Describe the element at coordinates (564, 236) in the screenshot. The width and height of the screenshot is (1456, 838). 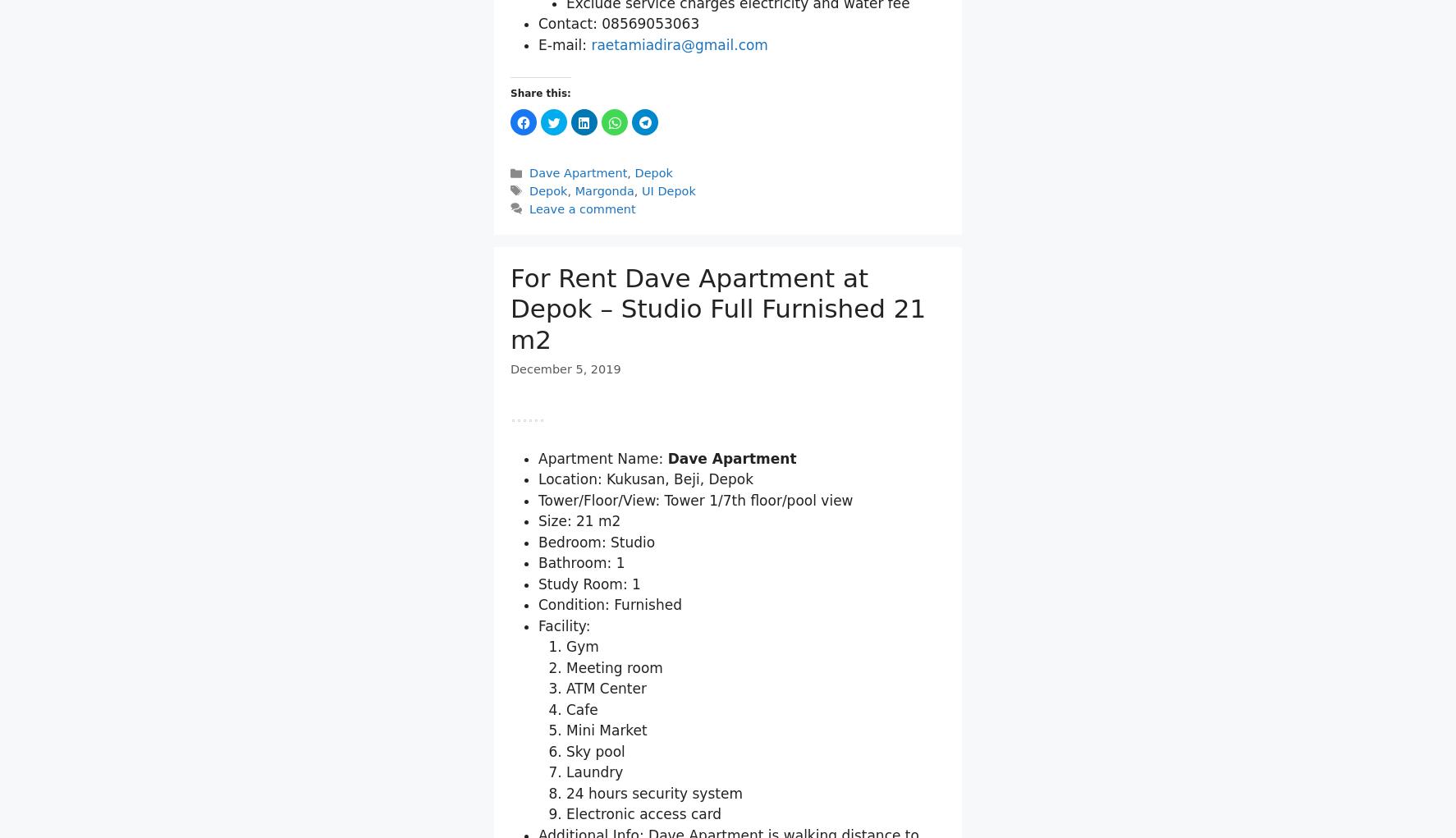
I see `'E-mail:'` at that location.